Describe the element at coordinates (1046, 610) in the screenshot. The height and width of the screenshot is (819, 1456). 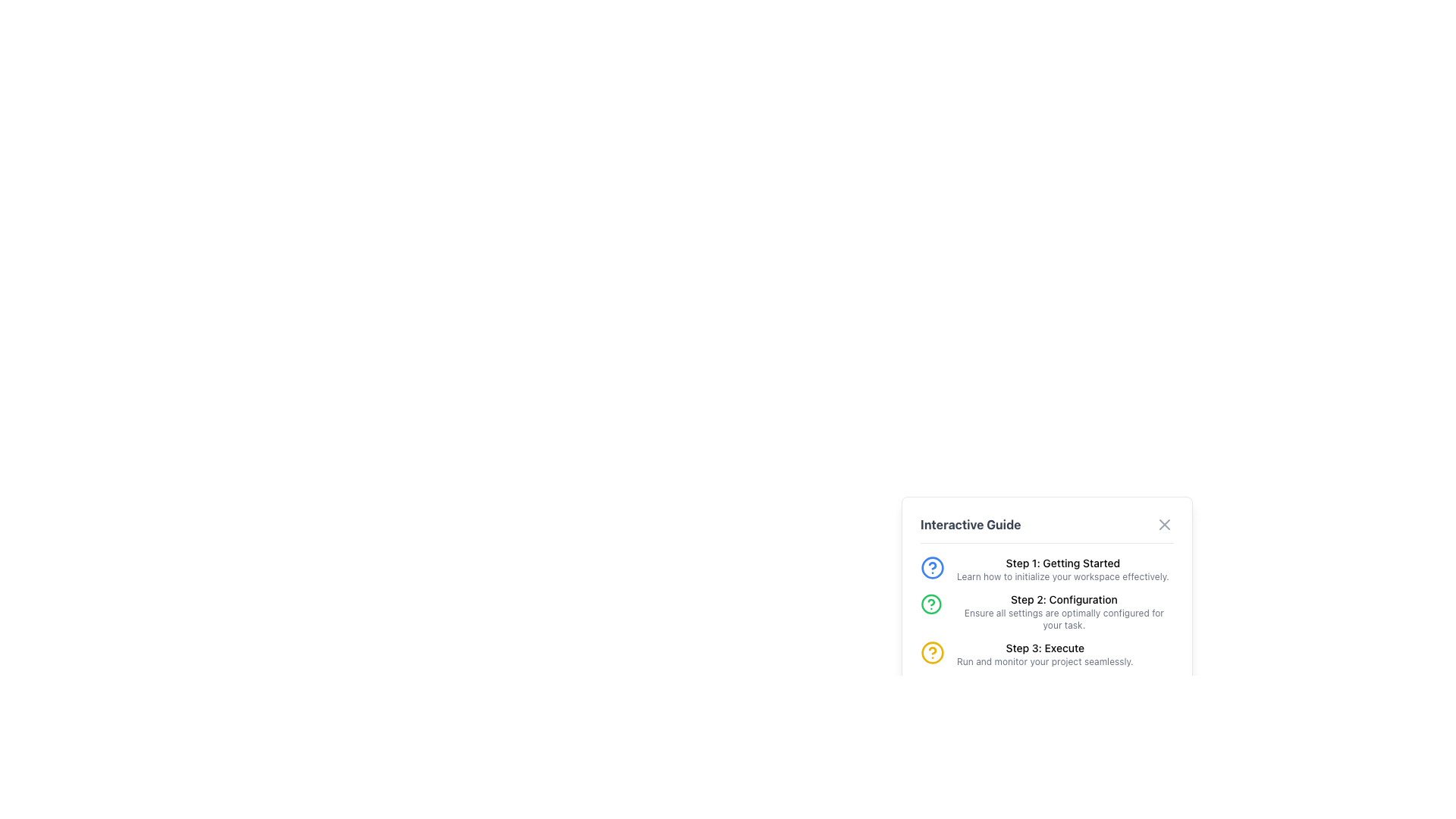
I see `the Informative Section, which provides the title and a brief description of the second step in the interactive guide, located centrally between Step 1 and Step 3` at that location.